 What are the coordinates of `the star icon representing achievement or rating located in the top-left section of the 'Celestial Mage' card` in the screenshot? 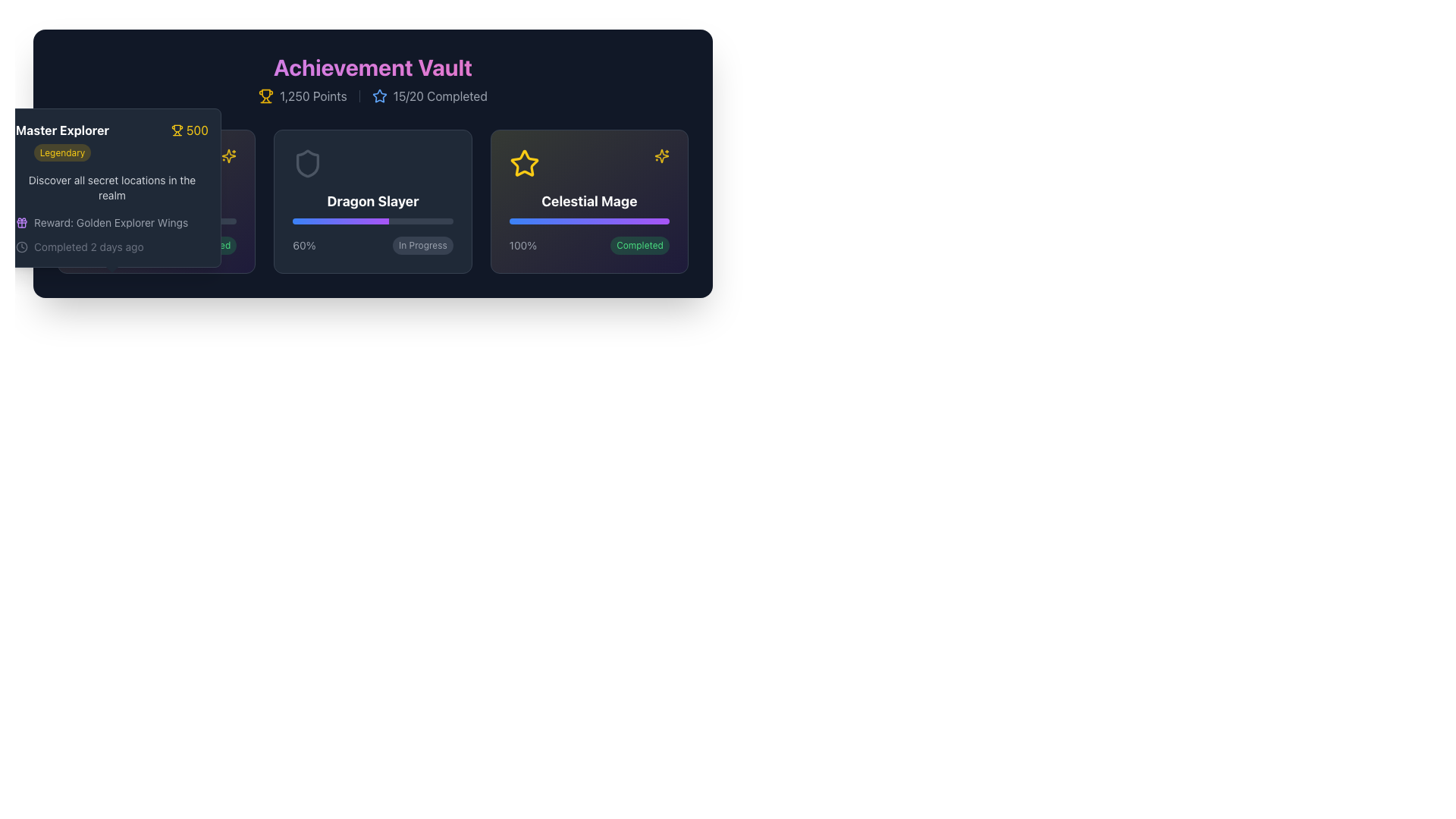 It's located at (524, 163).